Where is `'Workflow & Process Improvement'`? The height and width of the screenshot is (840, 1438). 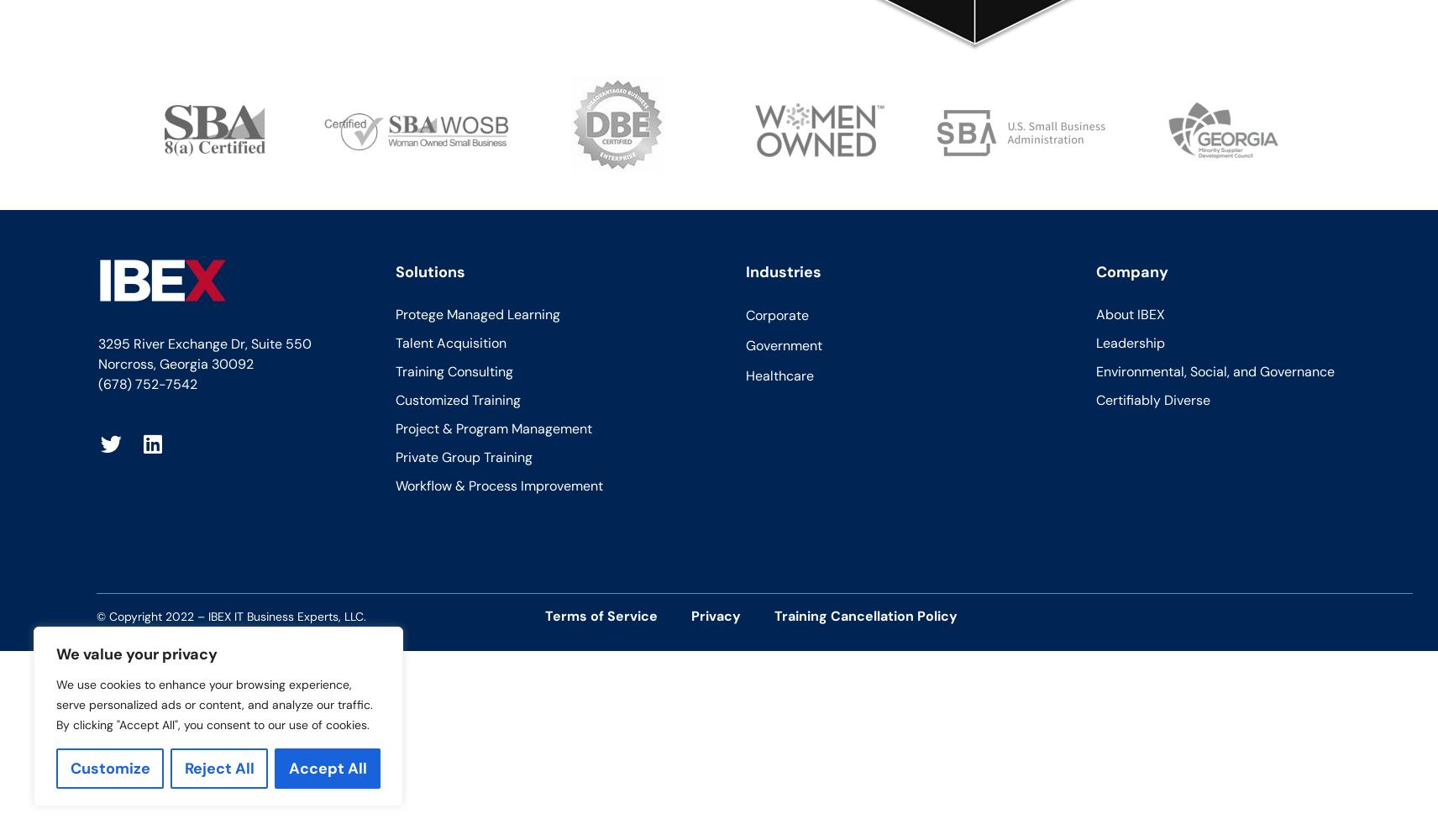
'Workflow & Process Improvement' is located at coordinates (497, 484).